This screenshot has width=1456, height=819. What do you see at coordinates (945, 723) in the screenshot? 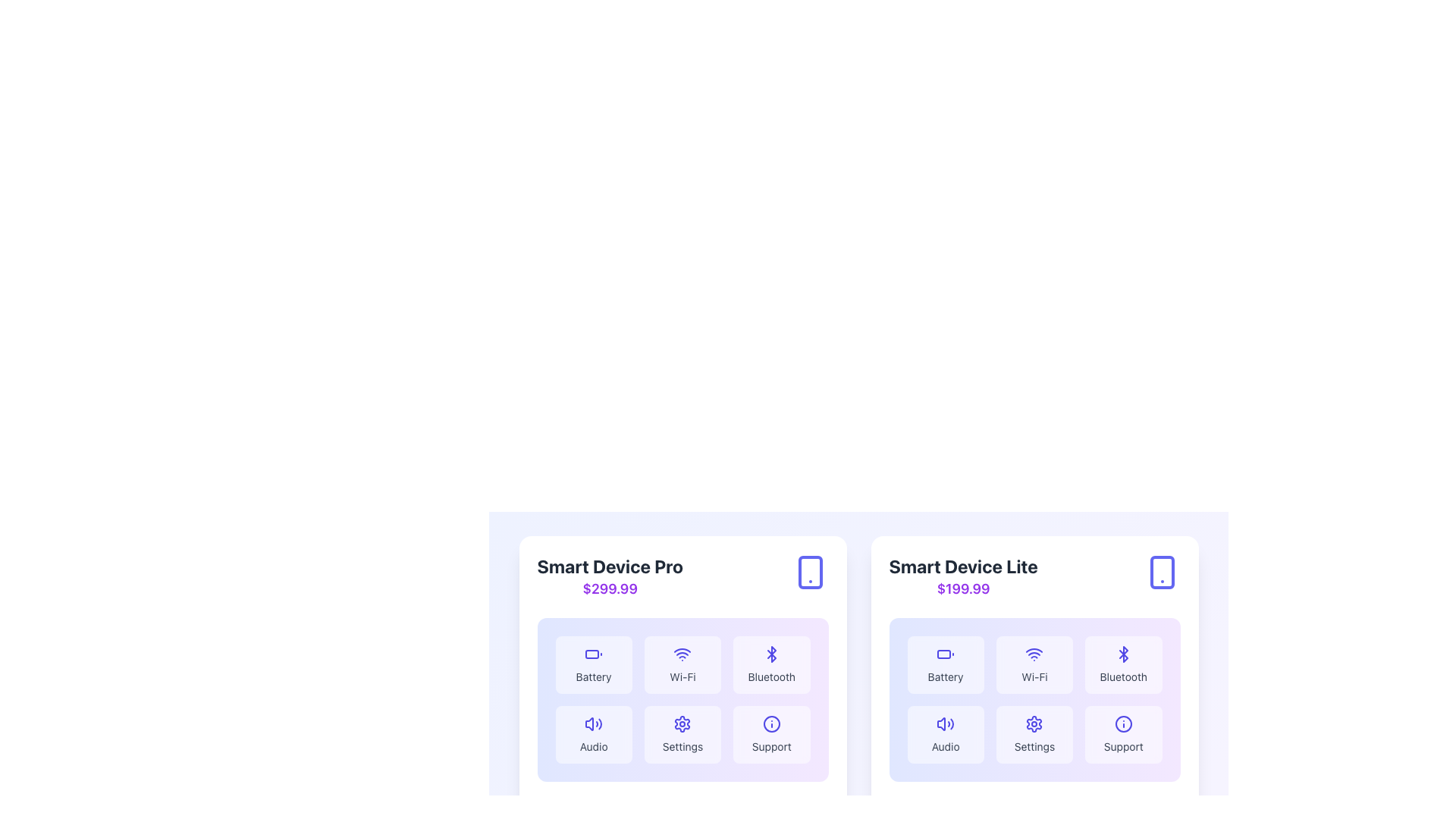
I see `the audio icon, which resembles a speaker emitting sound waves, located within the 'Audio' section of the 'Smart Device Lite' card` at bounding box center [945, 723].